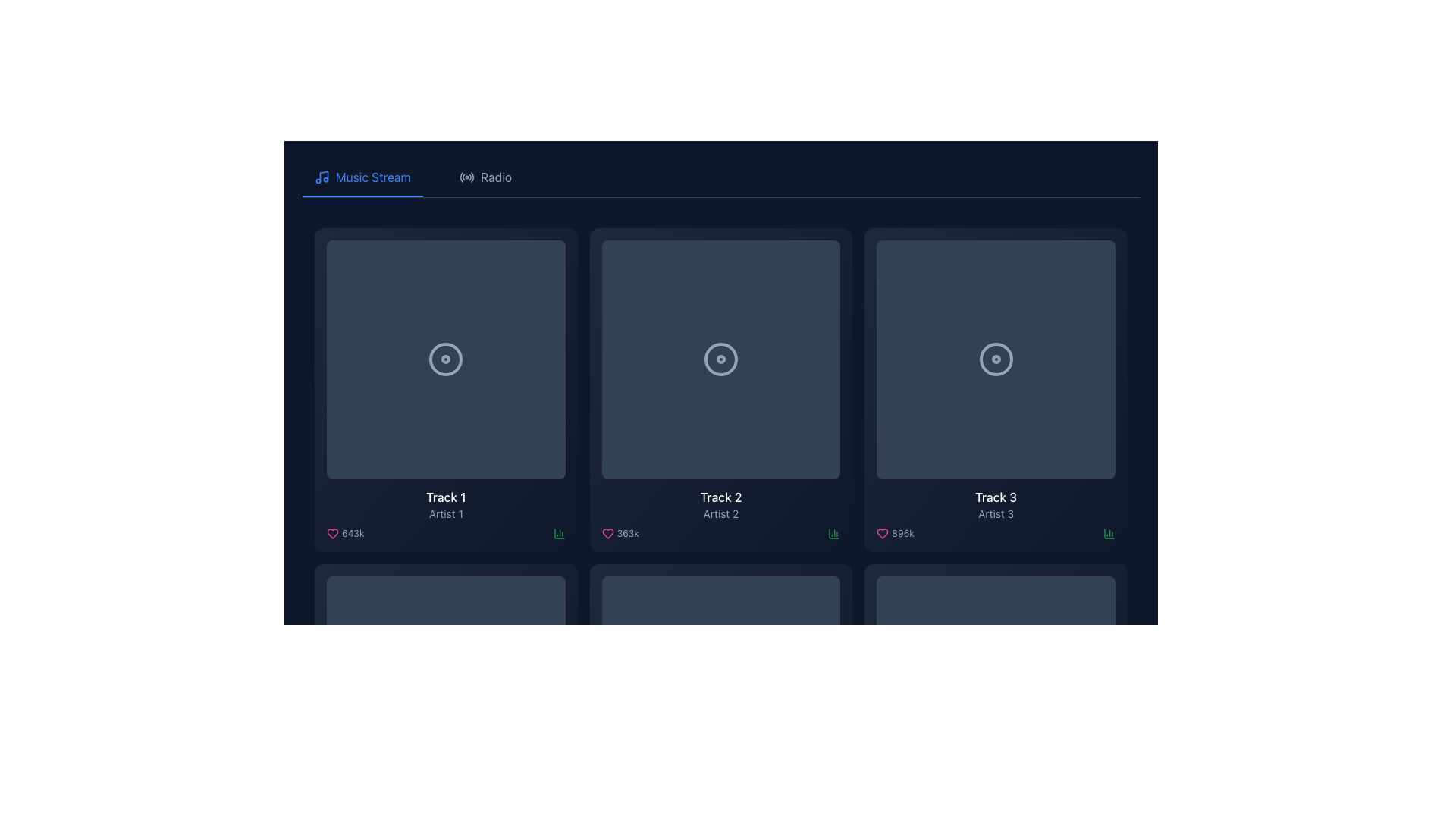 The image size is (1456, 819). Describe the element at coordinates (373, 177) in the screenshot. I see `the 'Music Stream' text label, which is displayed in a bold blue font next to a music note icon on a dark background` at that location.